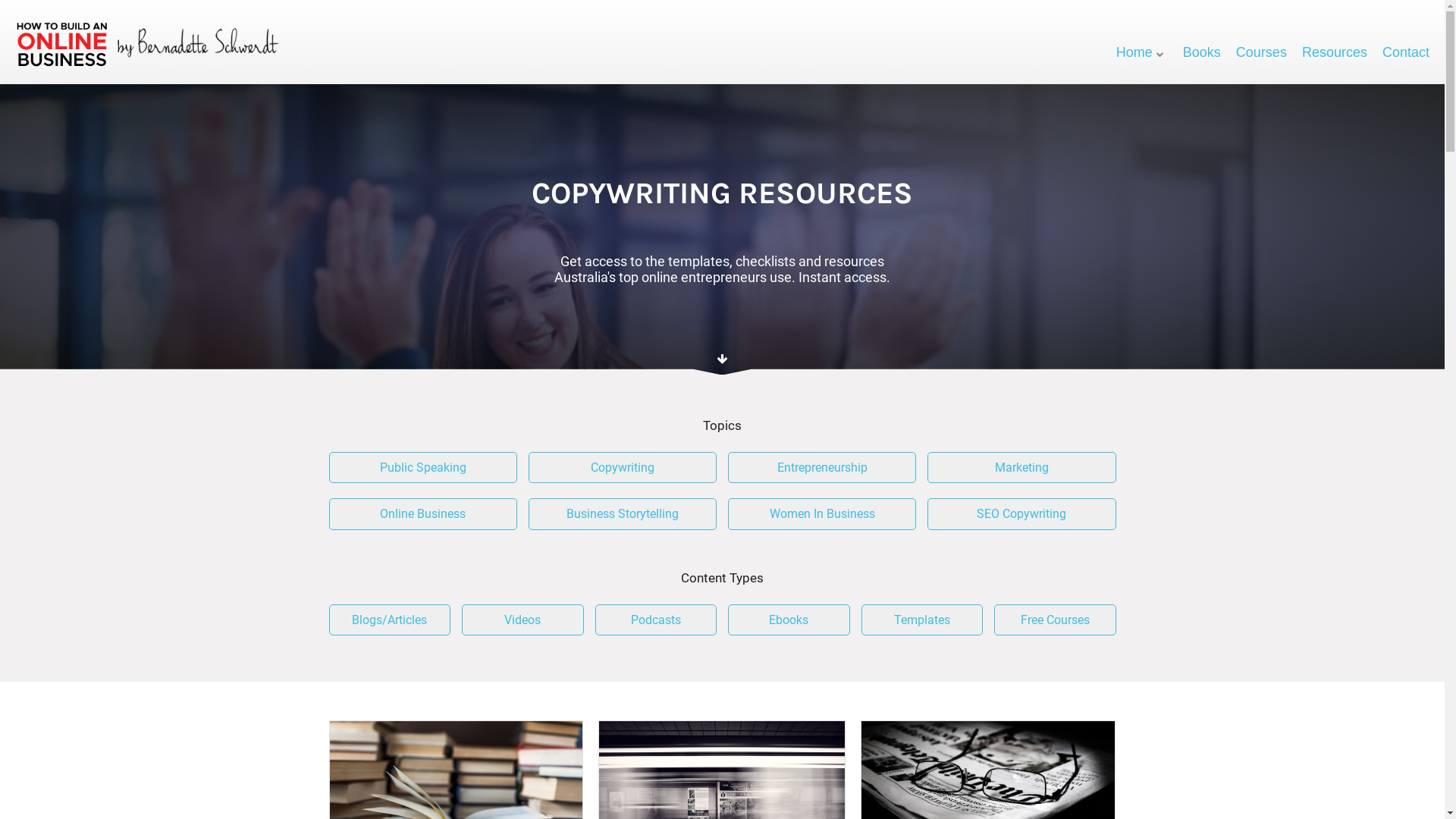  What do you see at coordinates (461, 620) in the screenshot?
I see `'Videos'` at bounding box center [461, 620].